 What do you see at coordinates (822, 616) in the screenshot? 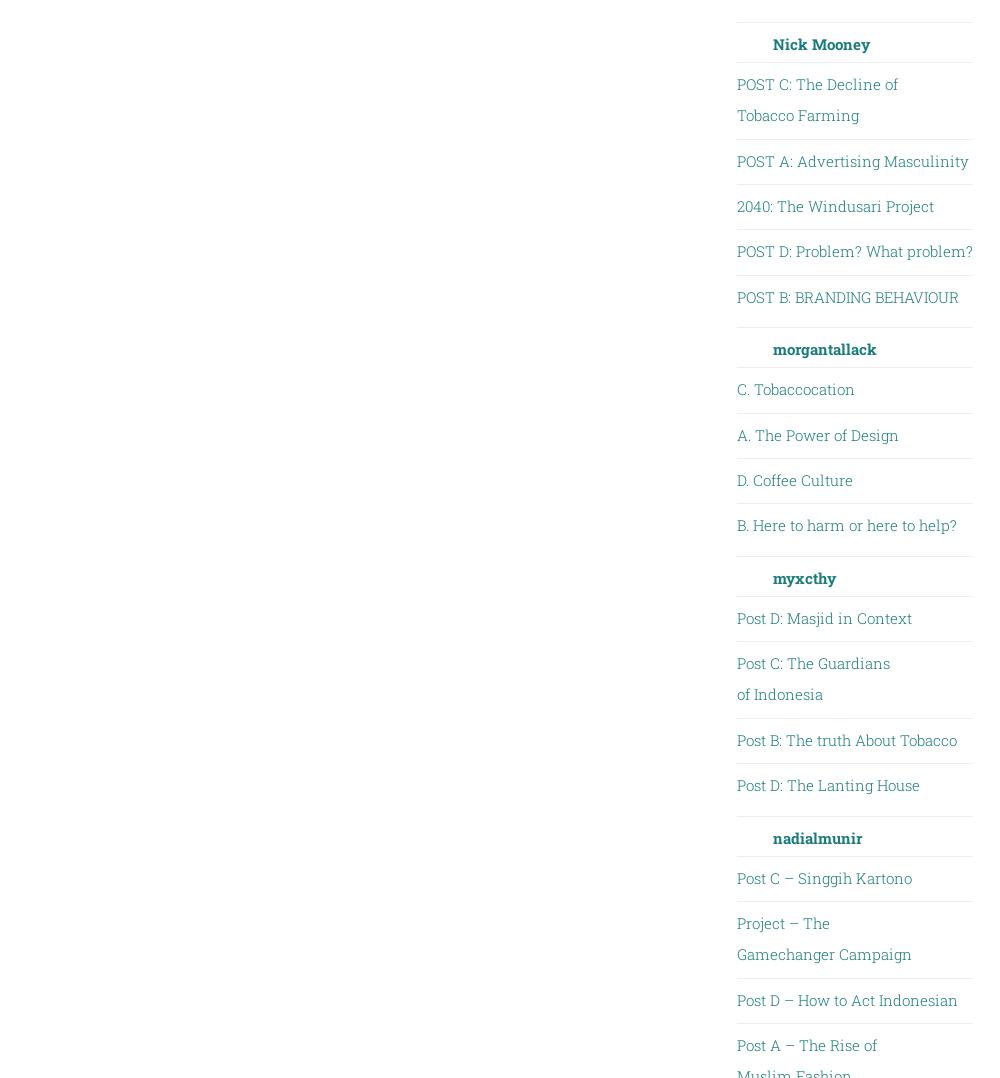
I see `'Post D: Masjid in Context'` at bounding box center [822, 616].